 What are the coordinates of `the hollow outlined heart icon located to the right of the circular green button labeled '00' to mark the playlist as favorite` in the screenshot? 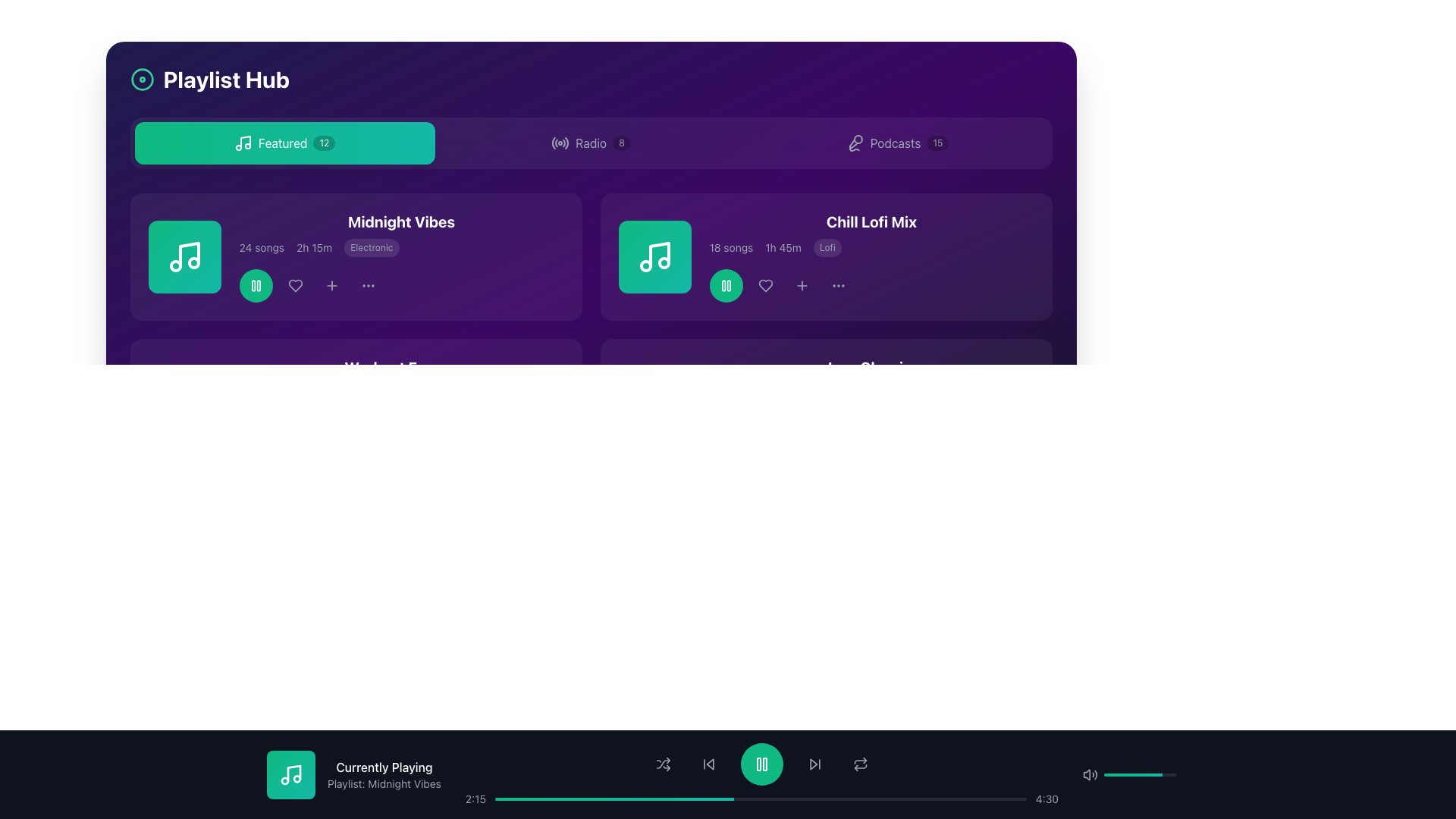 It's located at (295, 286).